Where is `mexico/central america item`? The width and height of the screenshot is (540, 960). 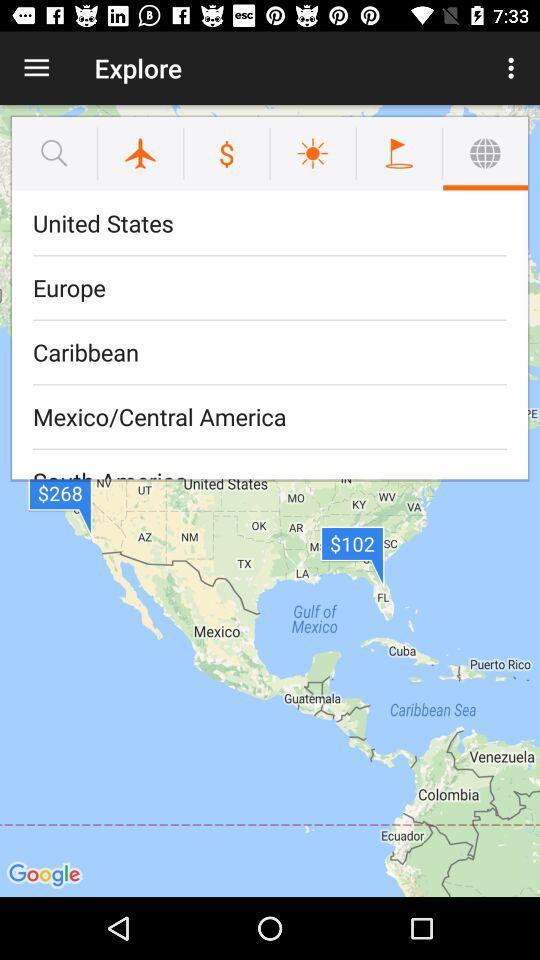 mexico/central america item is located at coordinates (270, 416).